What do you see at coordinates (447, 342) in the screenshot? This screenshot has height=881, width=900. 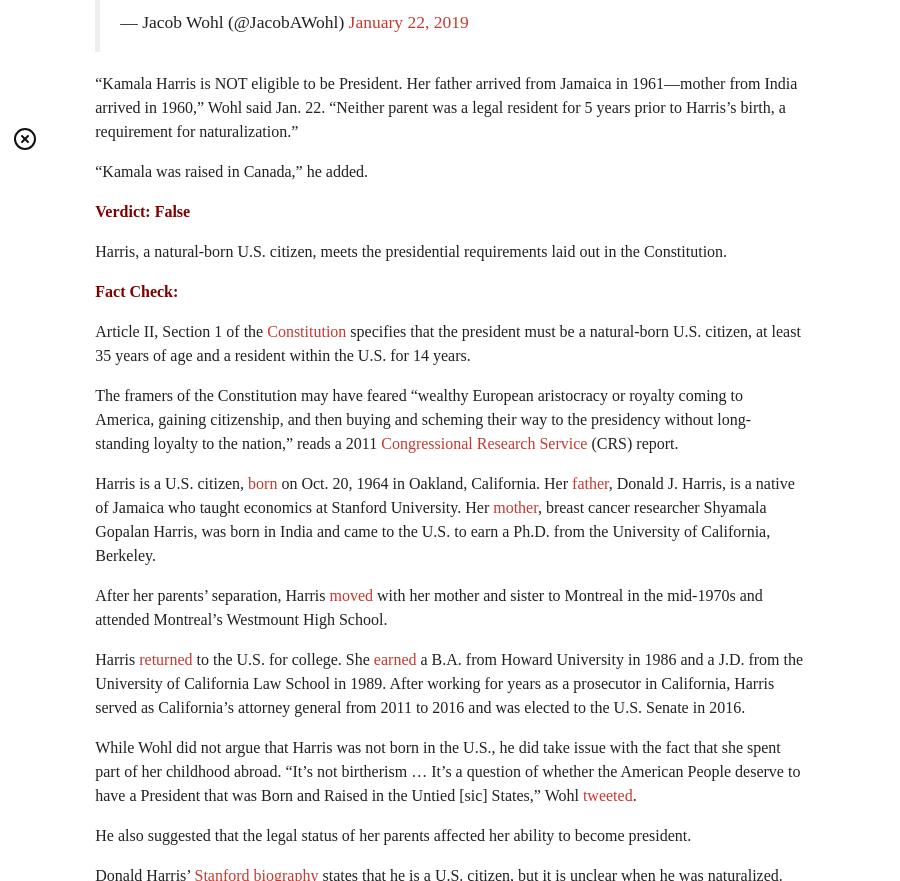 I see `'specifies that the president must be a natural-born U.S. citizen, at least 35 years of age and a resident within the U.S. for 14 years.'` at bounding box center [447, 342].